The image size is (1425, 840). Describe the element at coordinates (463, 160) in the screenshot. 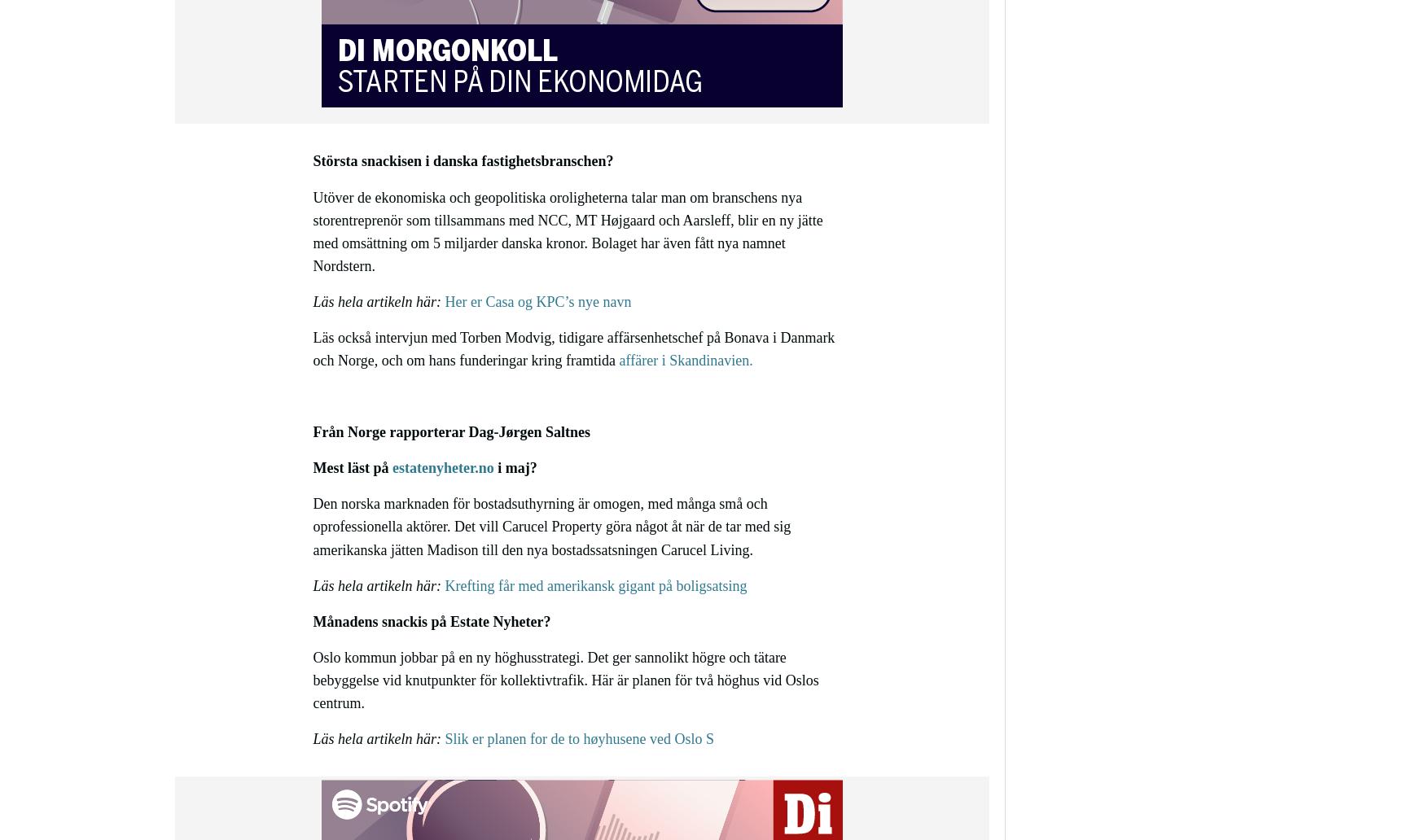

I see `'Största snackisen i danska fastighetsbranschen?'` at that location.